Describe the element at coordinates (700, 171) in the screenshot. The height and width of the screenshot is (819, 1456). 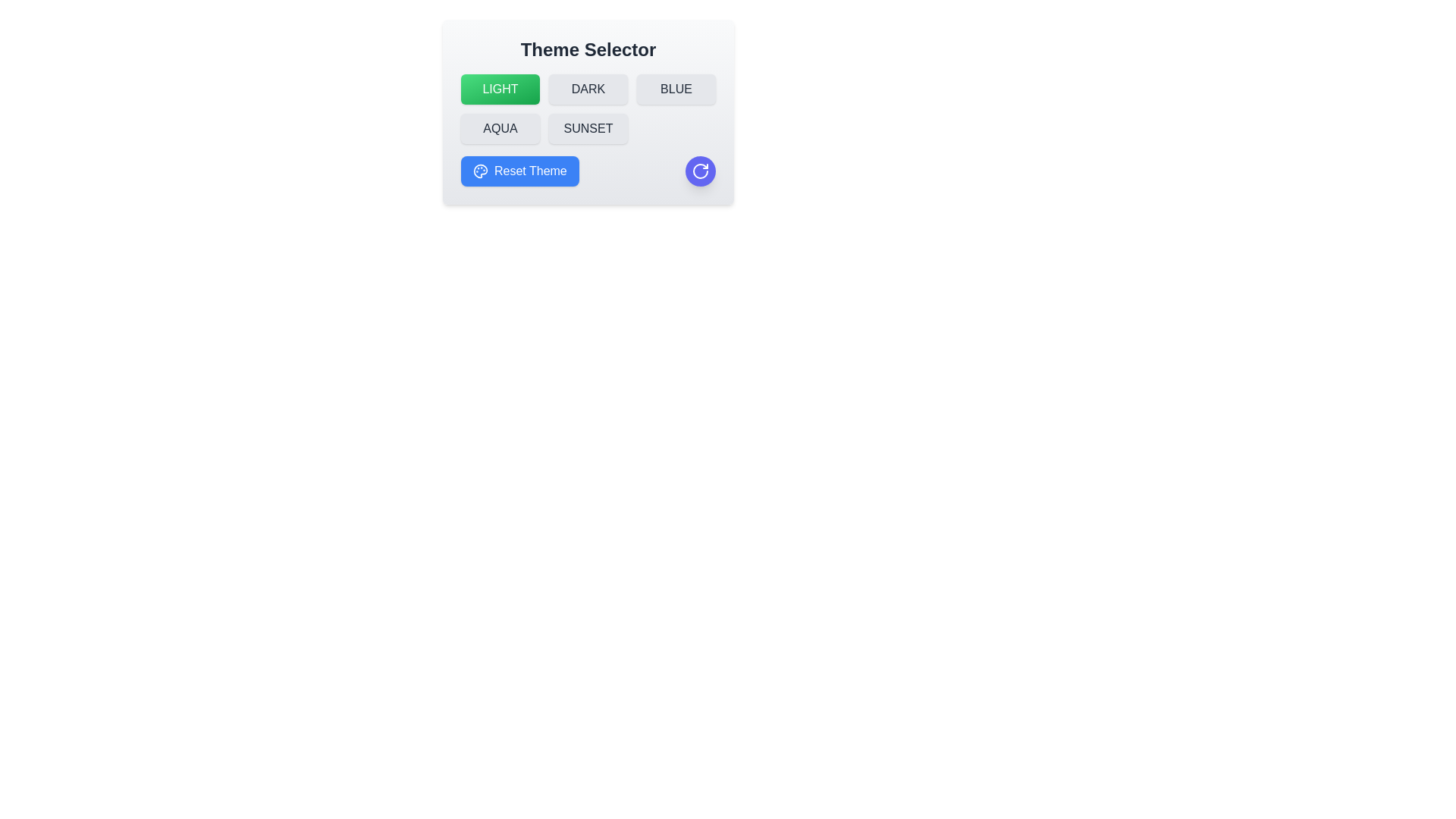
I see `rotate button to cycle to the next theme` at that location.